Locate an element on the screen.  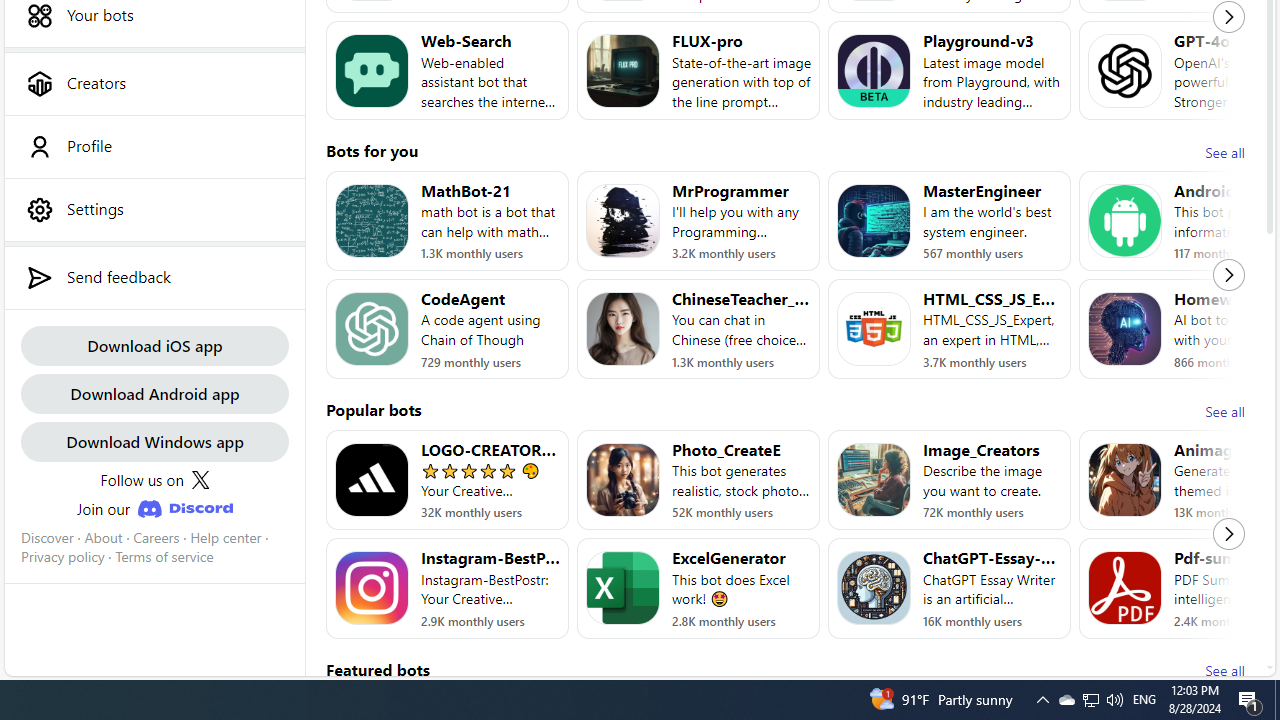
'Bot image for Instagram-BestPost' is located at coordinates (371, 587).